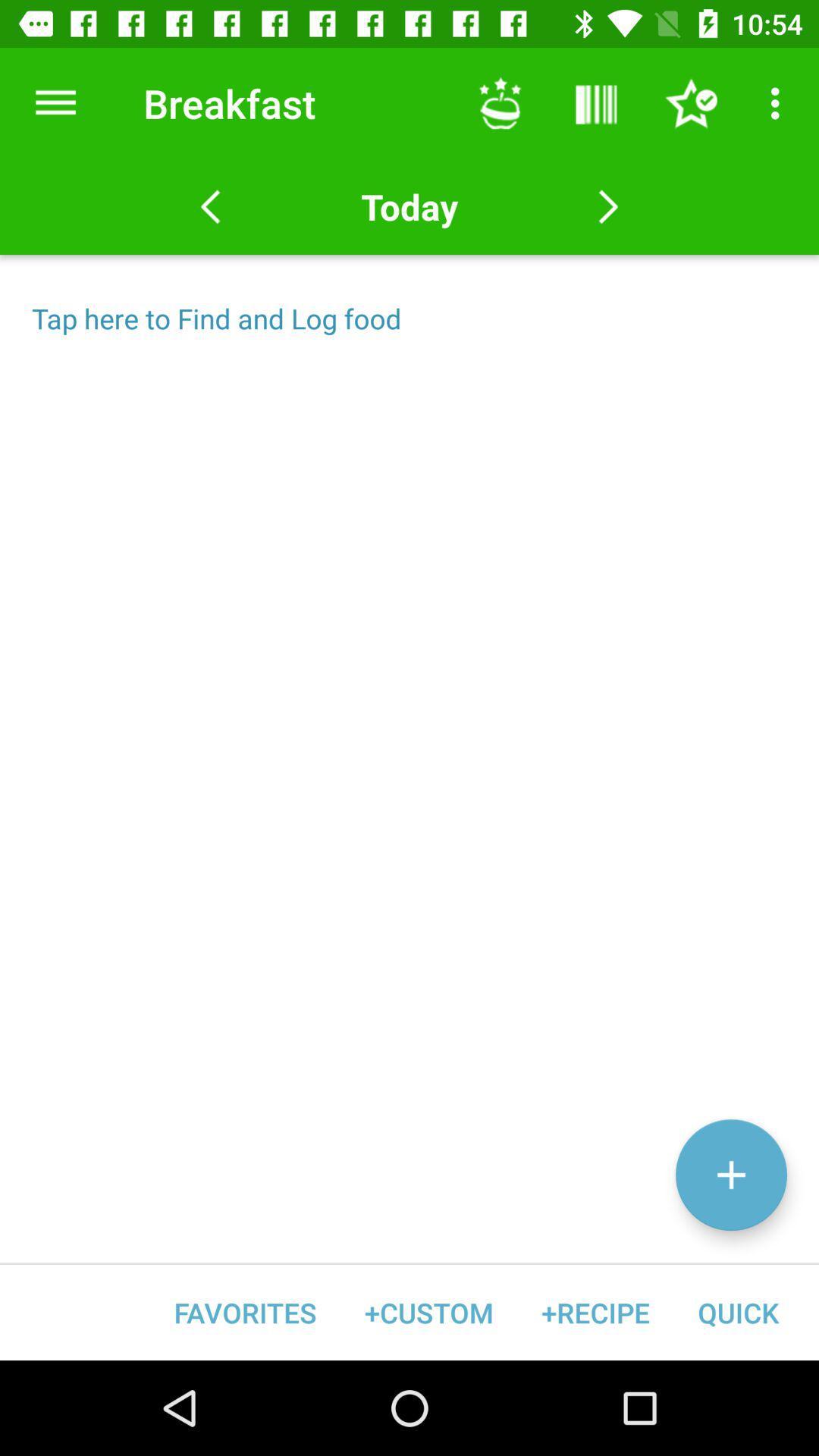  What do you see at coordinates (595, 1312) in the screenshot?
I see `the icon to the right of the +custom icon` at bounding box center [595, 1312].